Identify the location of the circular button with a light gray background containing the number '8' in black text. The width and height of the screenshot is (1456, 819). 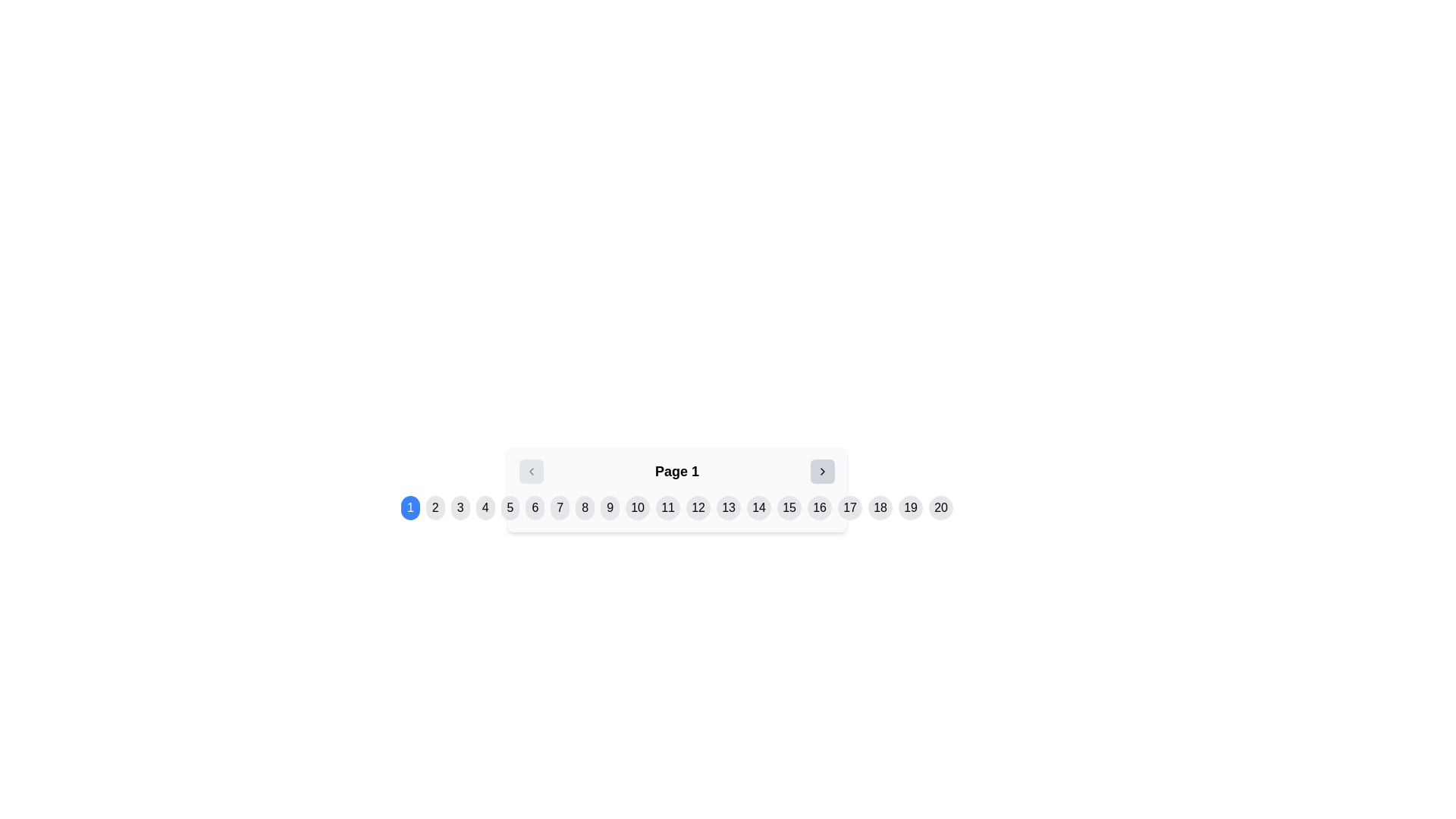
(584, 508).